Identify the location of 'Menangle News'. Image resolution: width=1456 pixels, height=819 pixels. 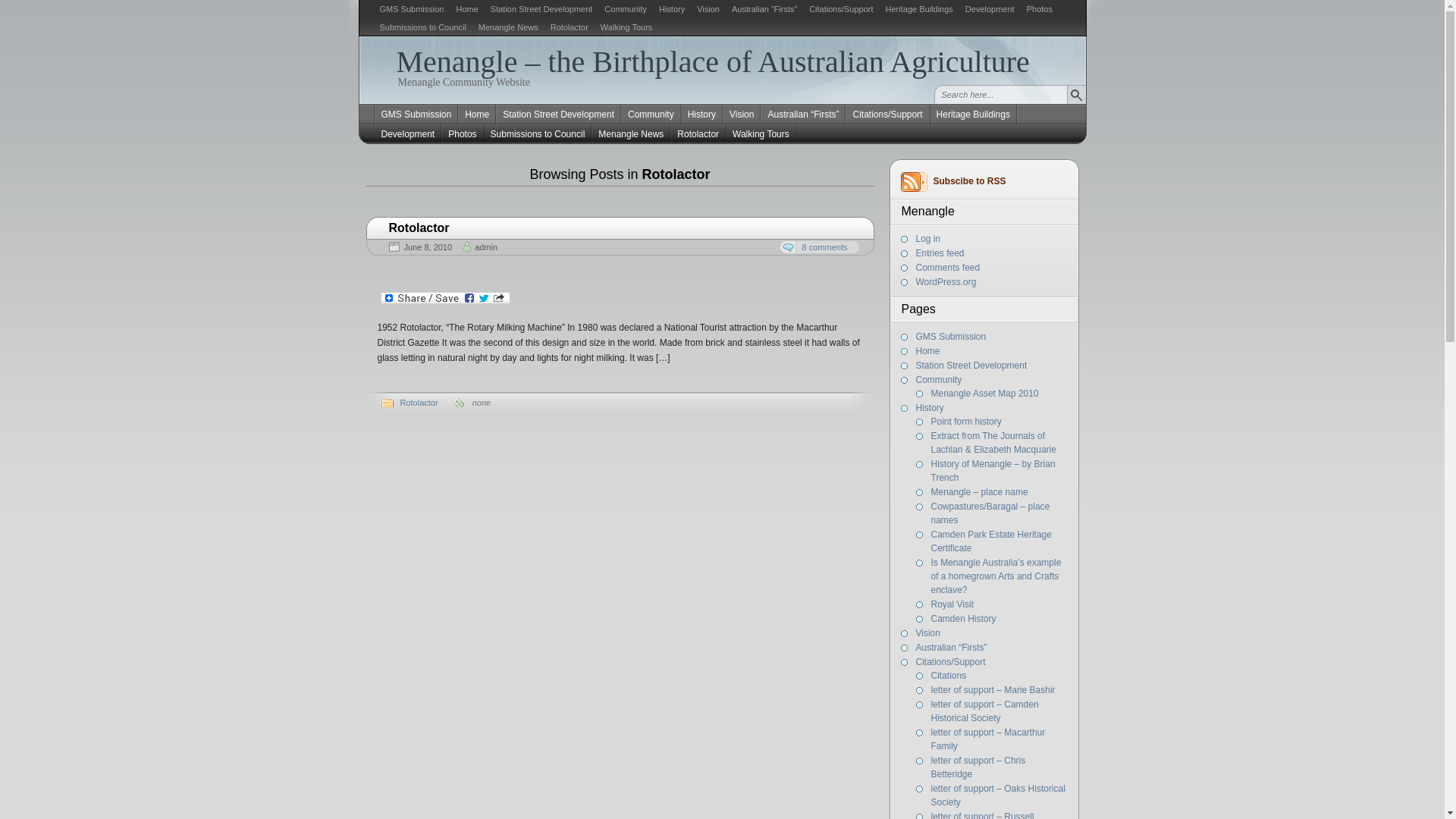
(508, 27).